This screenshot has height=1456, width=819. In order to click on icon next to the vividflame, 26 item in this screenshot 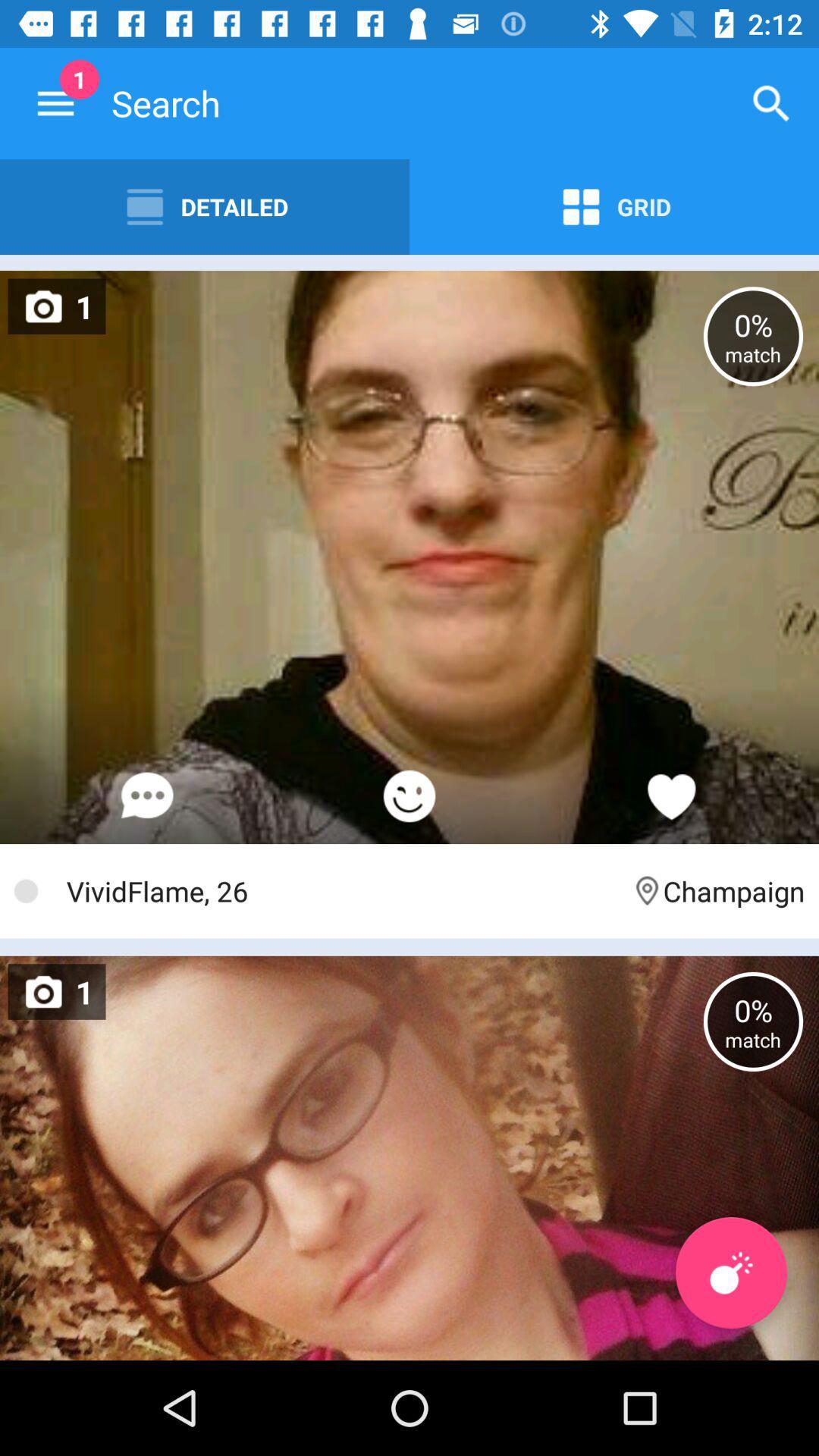, I will do `click(717, 891)`.